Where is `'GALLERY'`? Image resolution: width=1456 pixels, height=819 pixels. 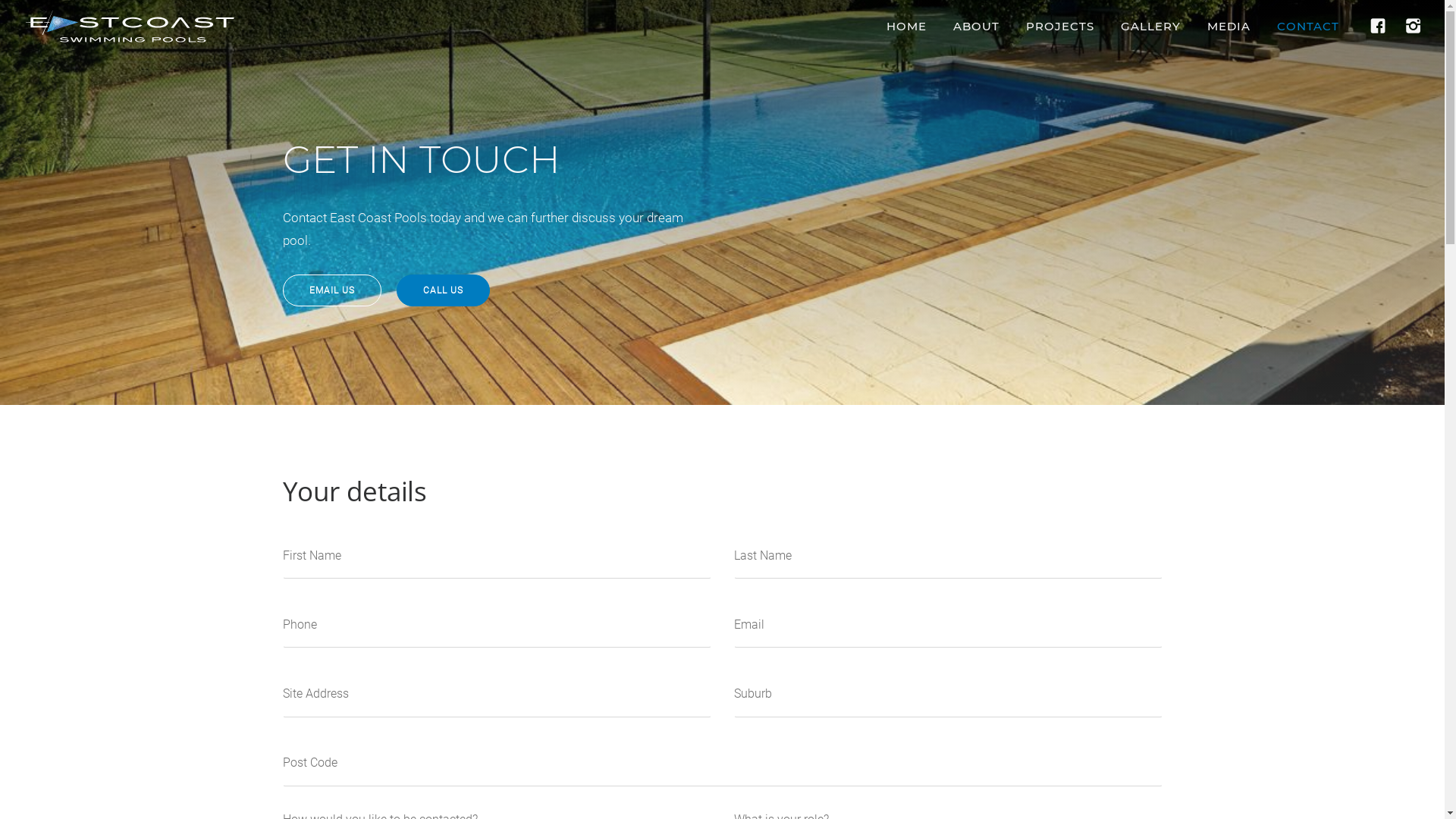
'GALLERY' is located at coordinates (1150, 26).